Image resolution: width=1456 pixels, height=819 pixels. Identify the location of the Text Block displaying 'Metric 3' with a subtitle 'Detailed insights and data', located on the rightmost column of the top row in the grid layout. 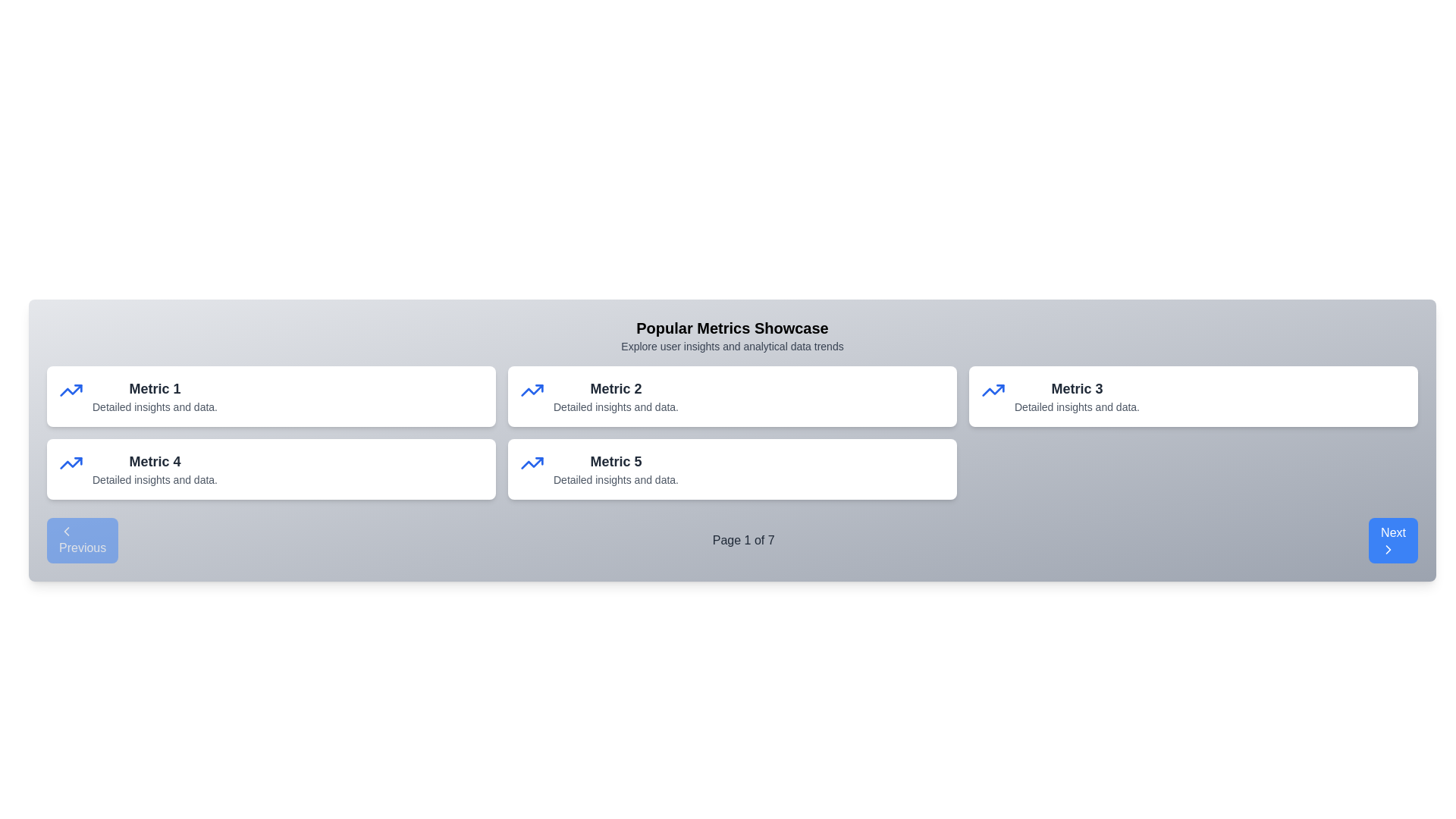
(1072, 396).